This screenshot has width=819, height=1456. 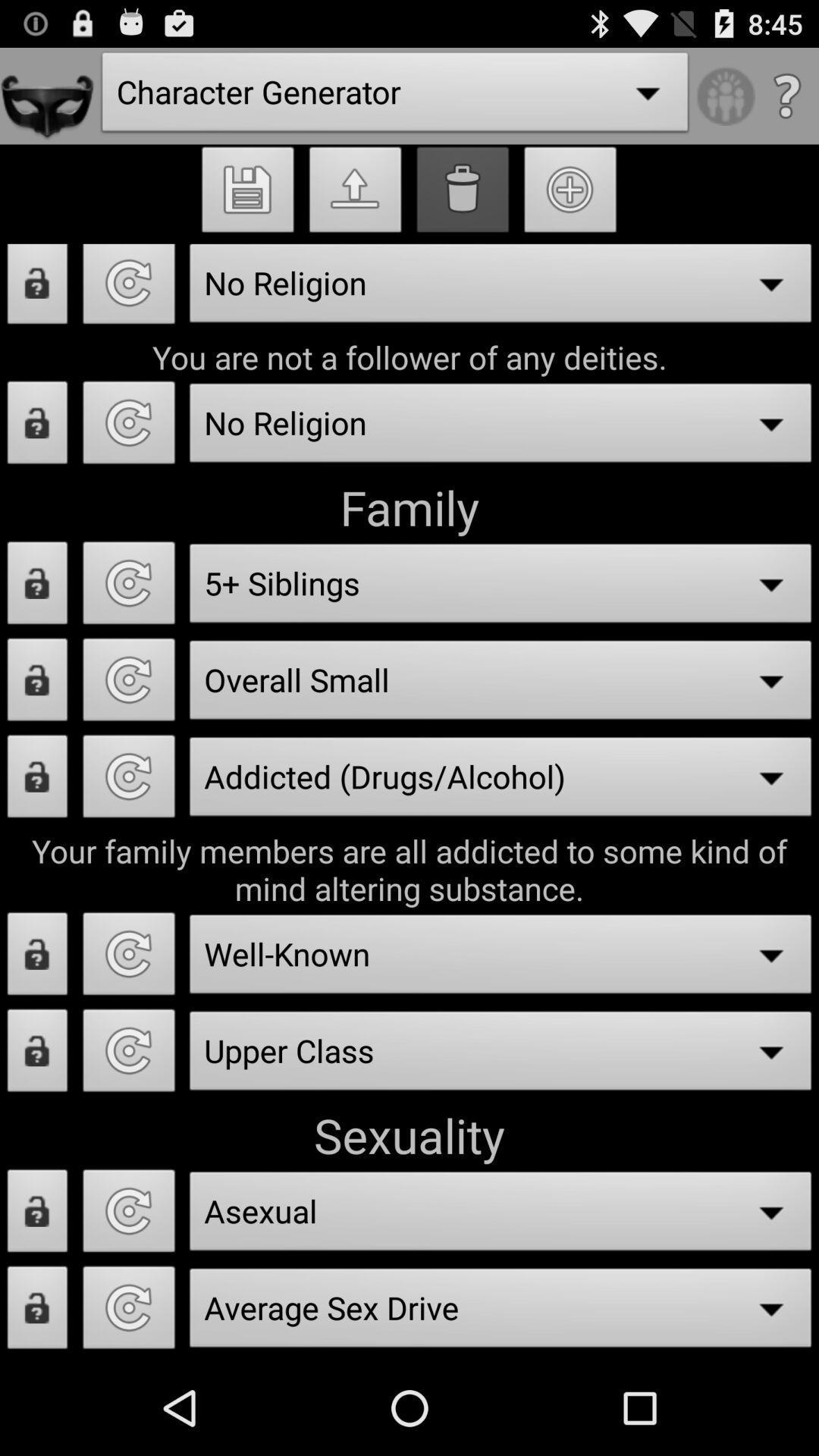 What do you see at coordinates (36, 1215) in the screenshot?
I see `lock` at bounding box center [36, 1215].